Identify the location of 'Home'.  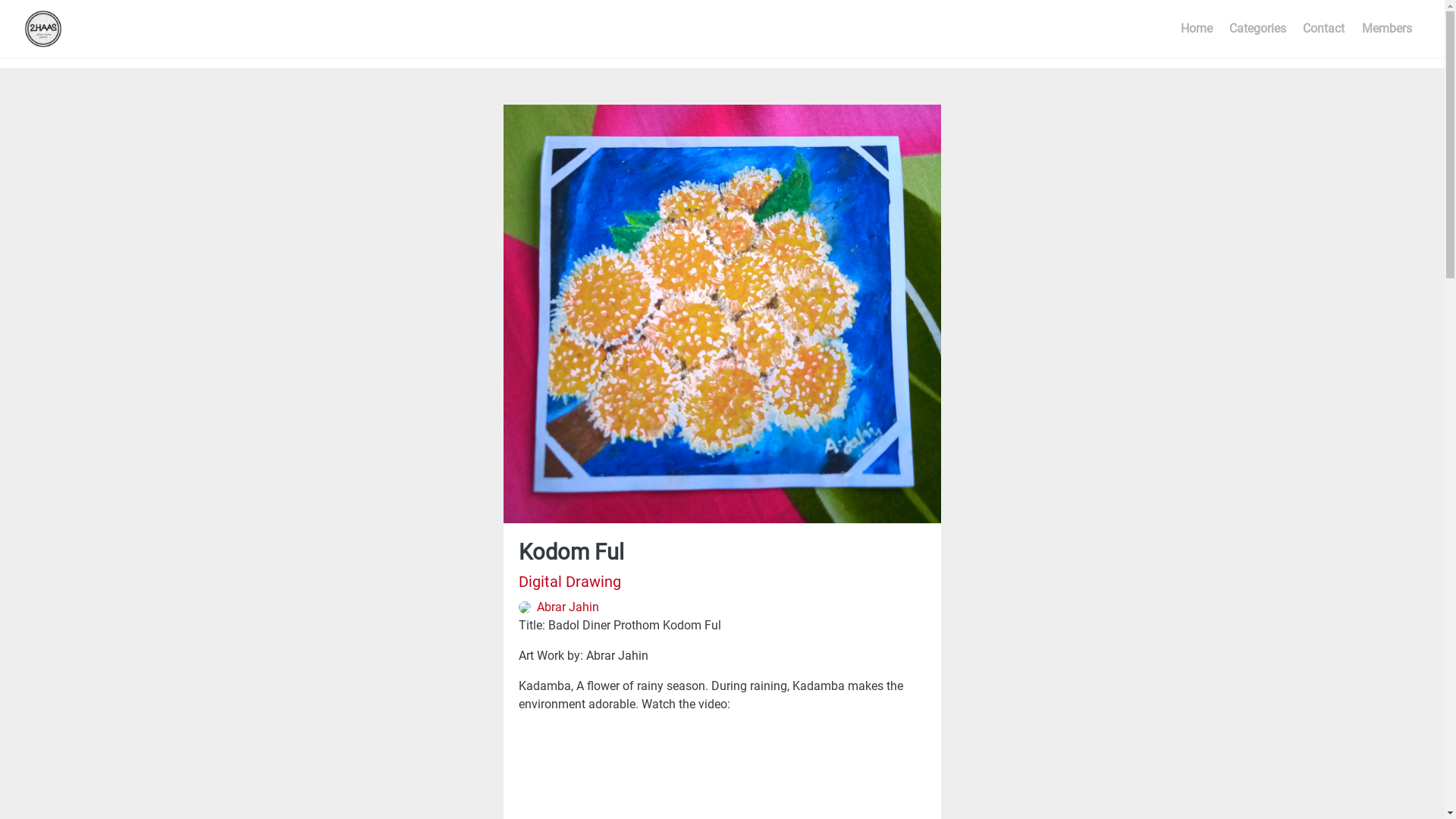
(1171, 29).